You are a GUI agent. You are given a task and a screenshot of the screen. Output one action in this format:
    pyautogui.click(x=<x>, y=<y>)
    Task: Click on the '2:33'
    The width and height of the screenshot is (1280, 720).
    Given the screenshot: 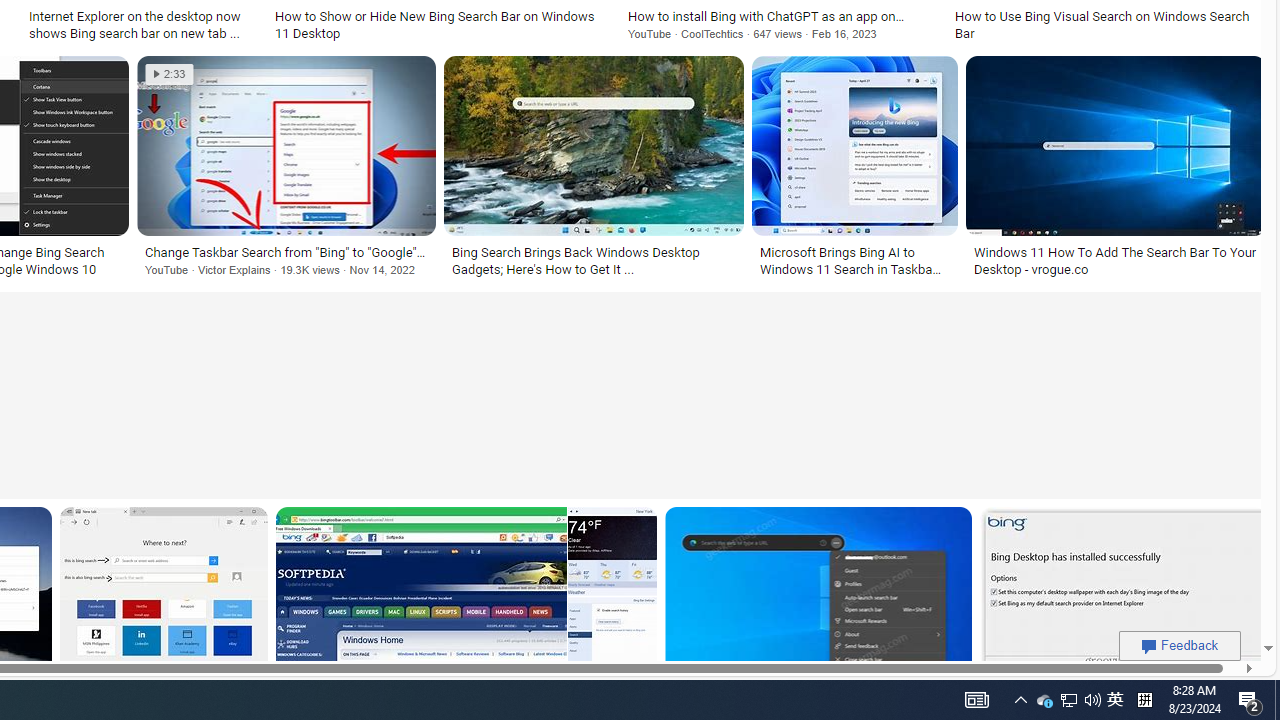 What is the action you would take?
    pyautogui.click(x=169, y=73)
    